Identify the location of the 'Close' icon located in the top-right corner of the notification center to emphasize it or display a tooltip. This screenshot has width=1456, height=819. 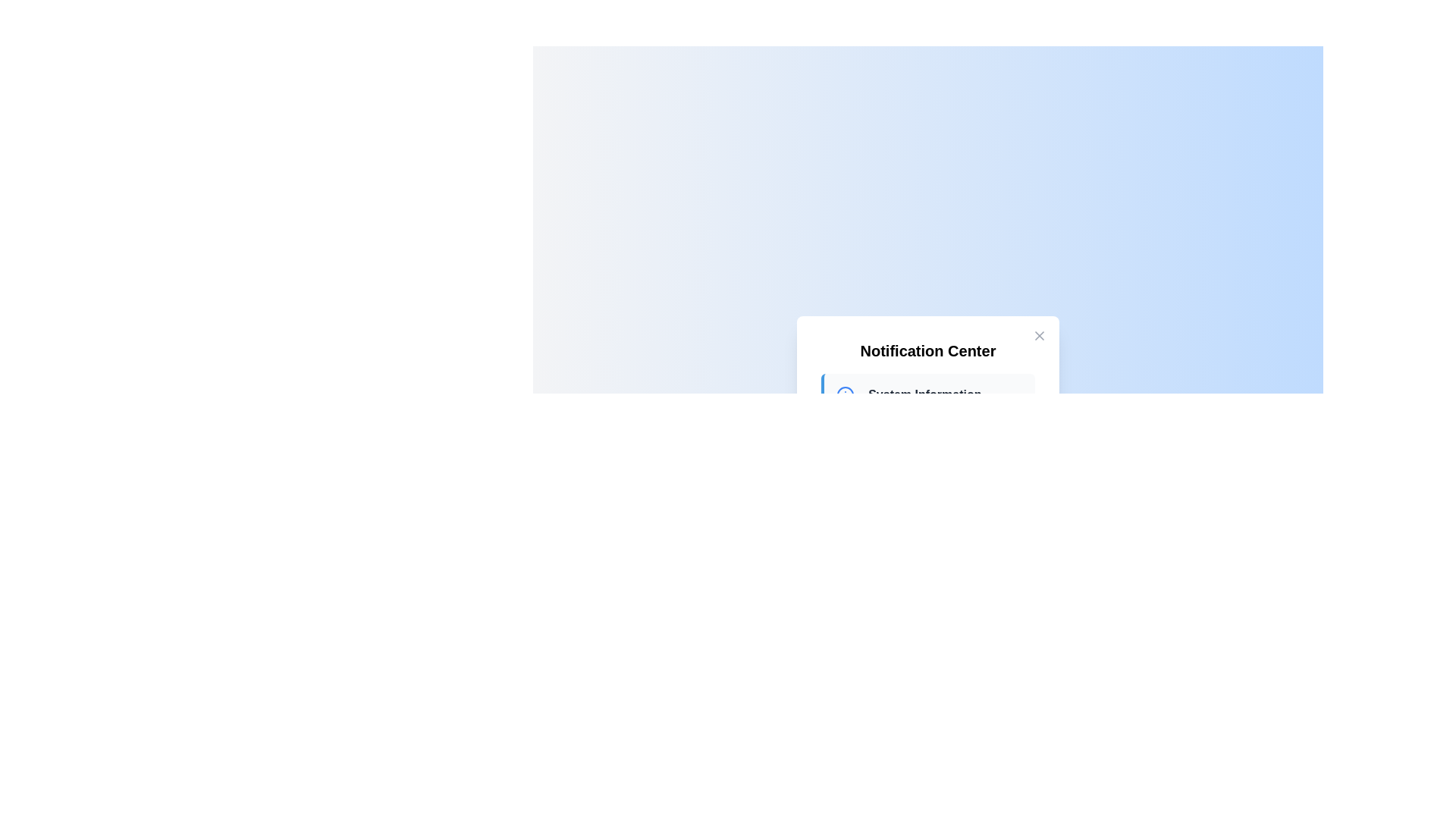
(1039, 335).